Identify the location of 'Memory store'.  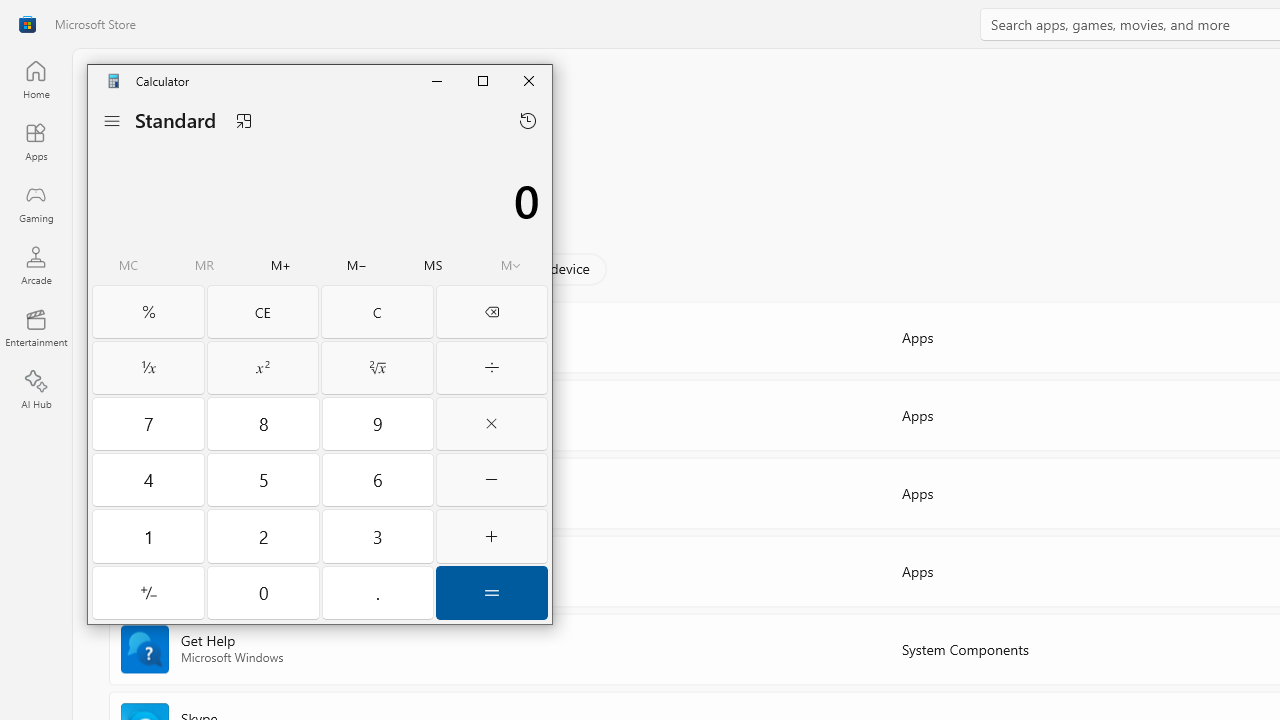
(432, 265).